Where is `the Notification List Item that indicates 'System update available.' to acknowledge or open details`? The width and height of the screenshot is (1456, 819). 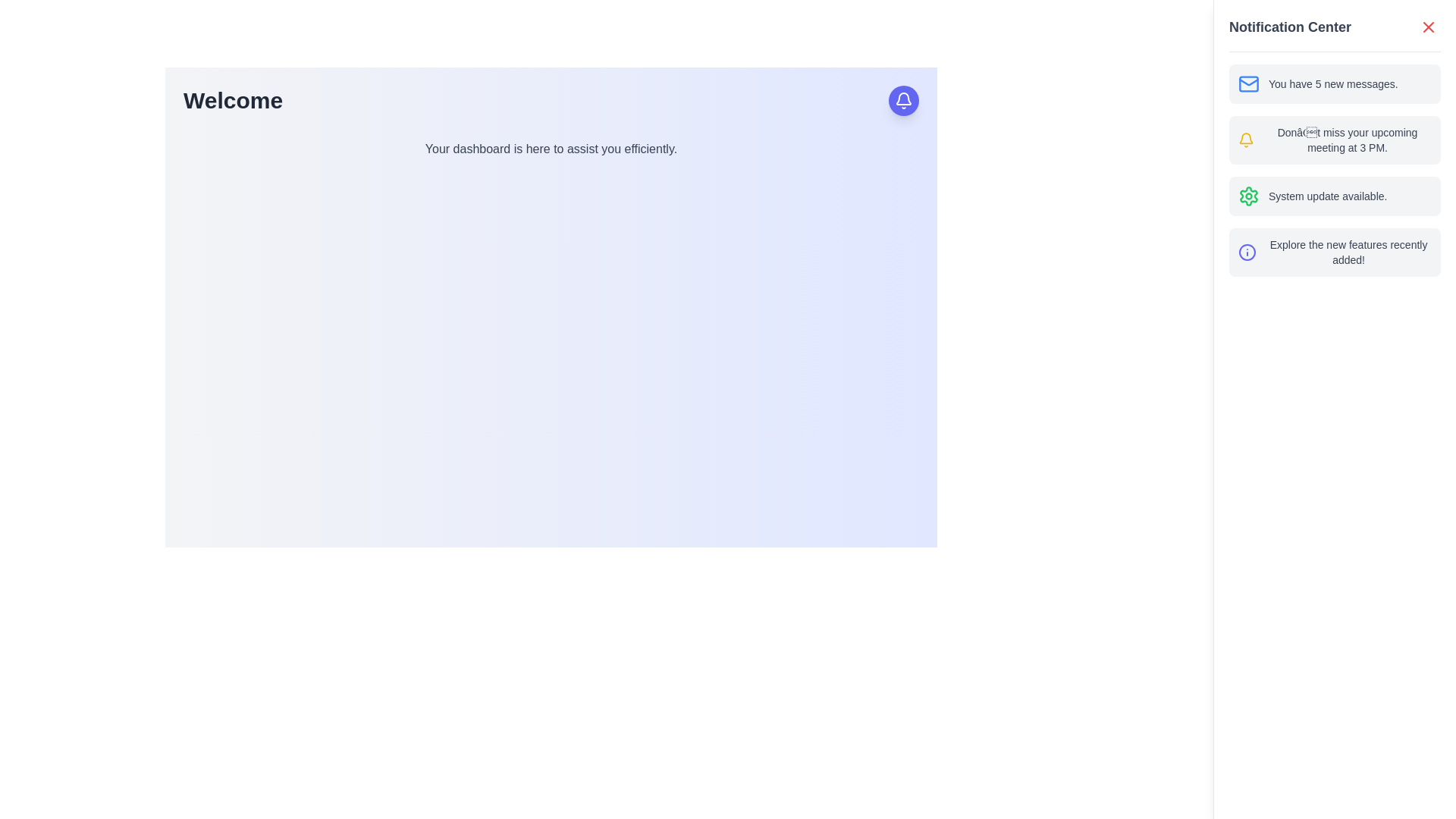
the Notification List Item that indicates 'System update available.' to acknowledge or open details is located at coordinates (1335, 195).